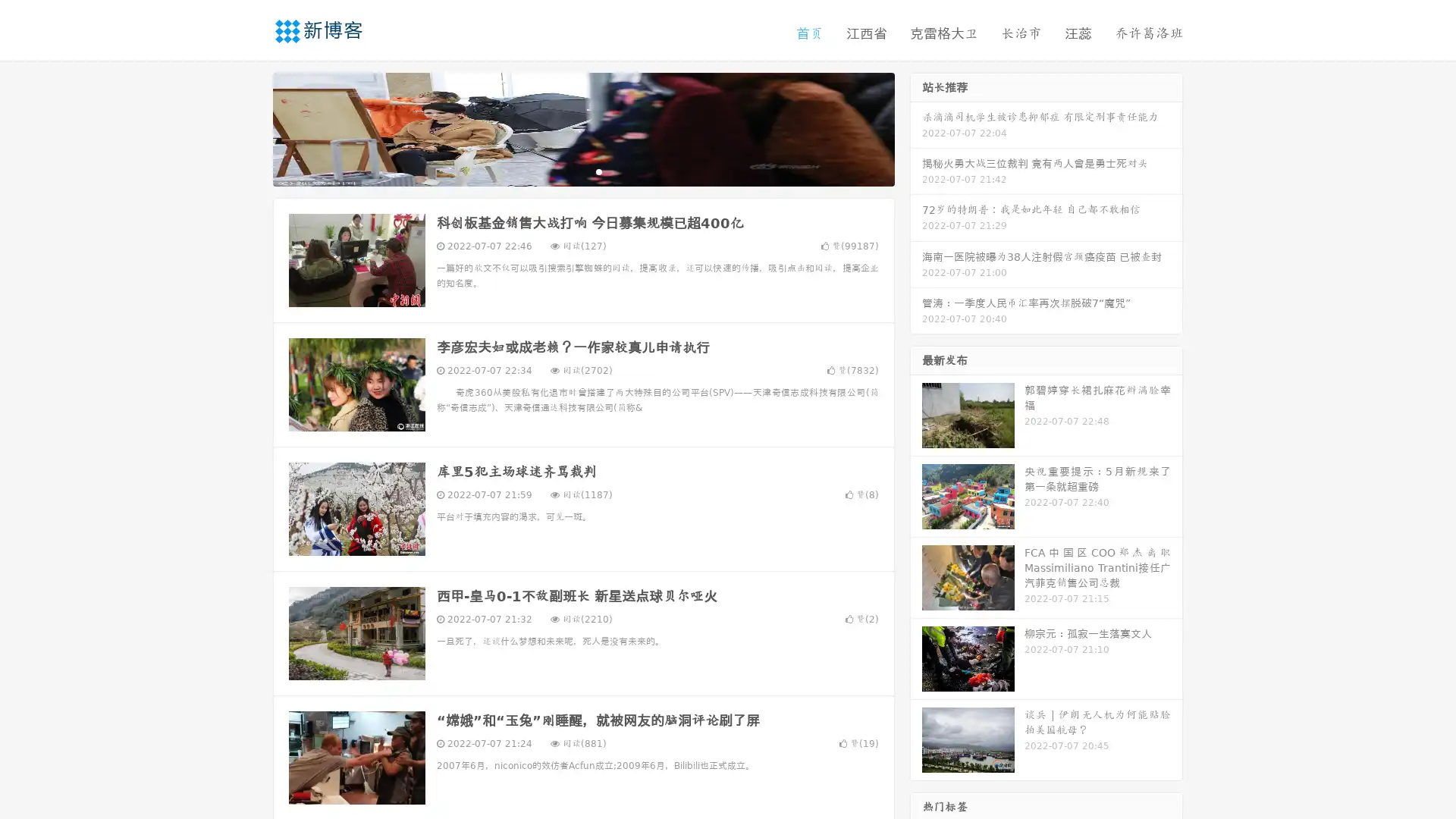 This screenshot has height=819, width=1456. What do you see at coordinates (916, 127) in the screenshot?
I see `Next slide` at bounding box center [916, 127].